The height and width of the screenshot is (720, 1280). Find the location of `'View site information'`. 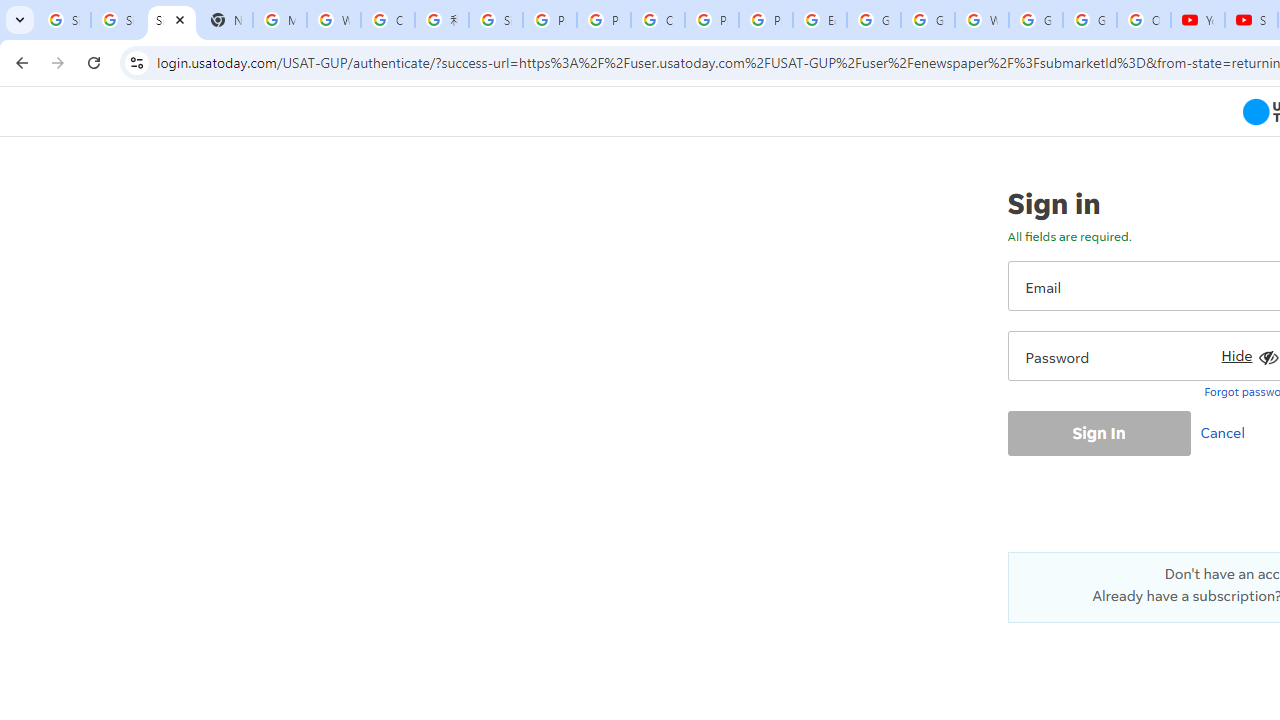

'View site information' is located at coordinates (135, 61).